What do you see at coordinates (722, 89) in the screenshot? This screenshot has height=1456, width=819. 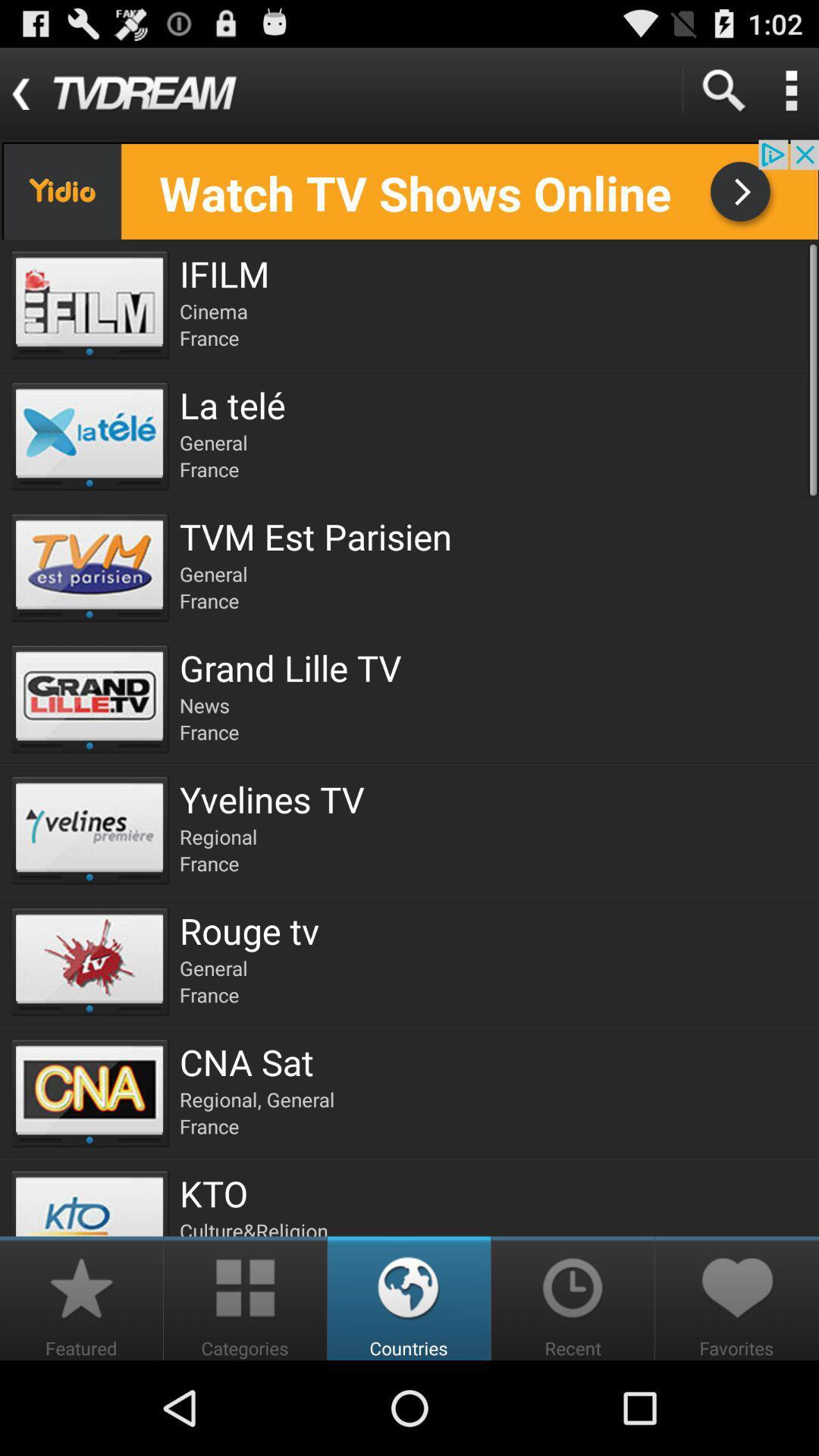 I see `search option` at bounding box center [722, 89].